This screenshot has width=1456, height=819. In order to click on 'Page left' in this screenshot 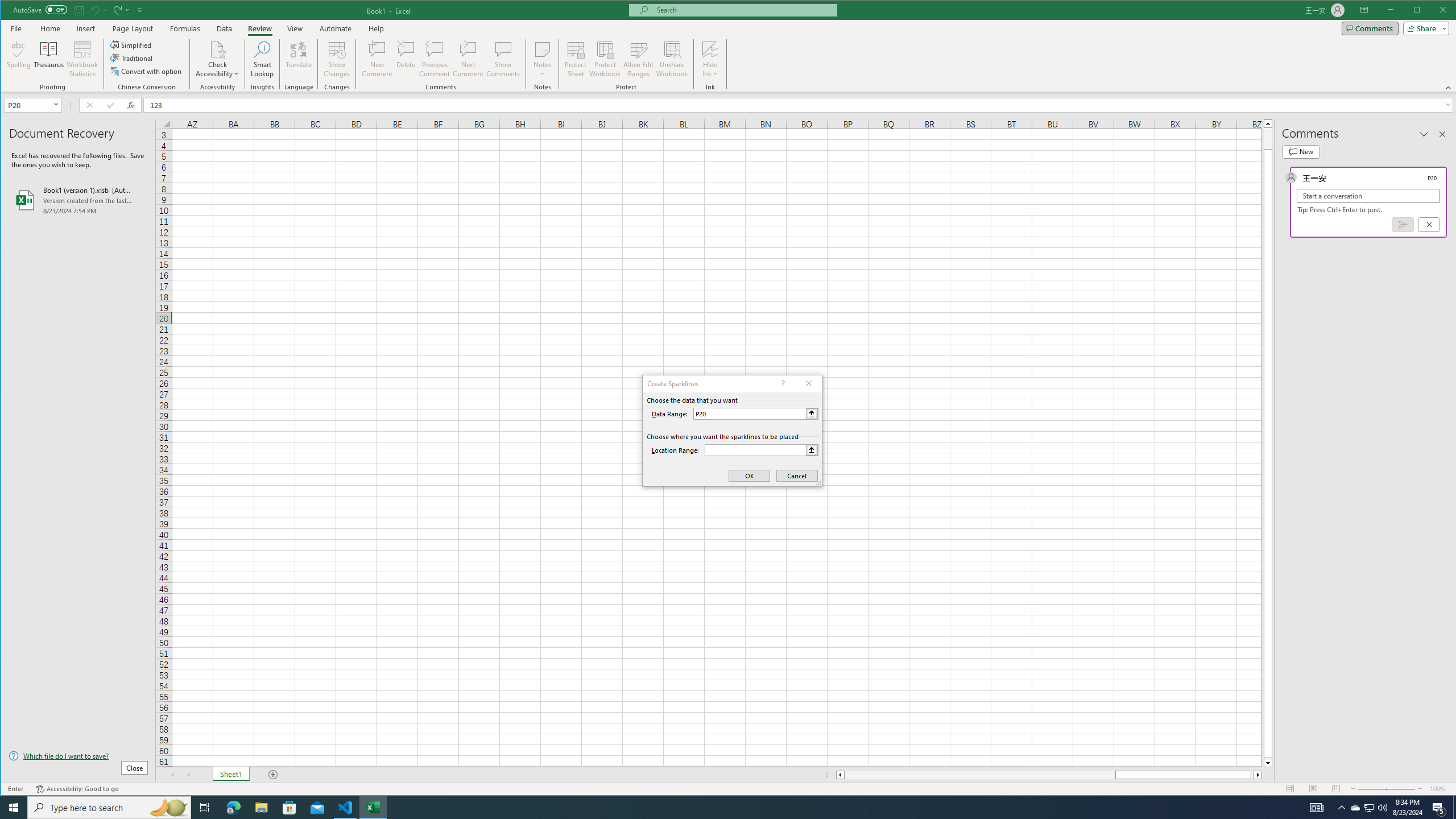, I will do `click(979, 775)`.